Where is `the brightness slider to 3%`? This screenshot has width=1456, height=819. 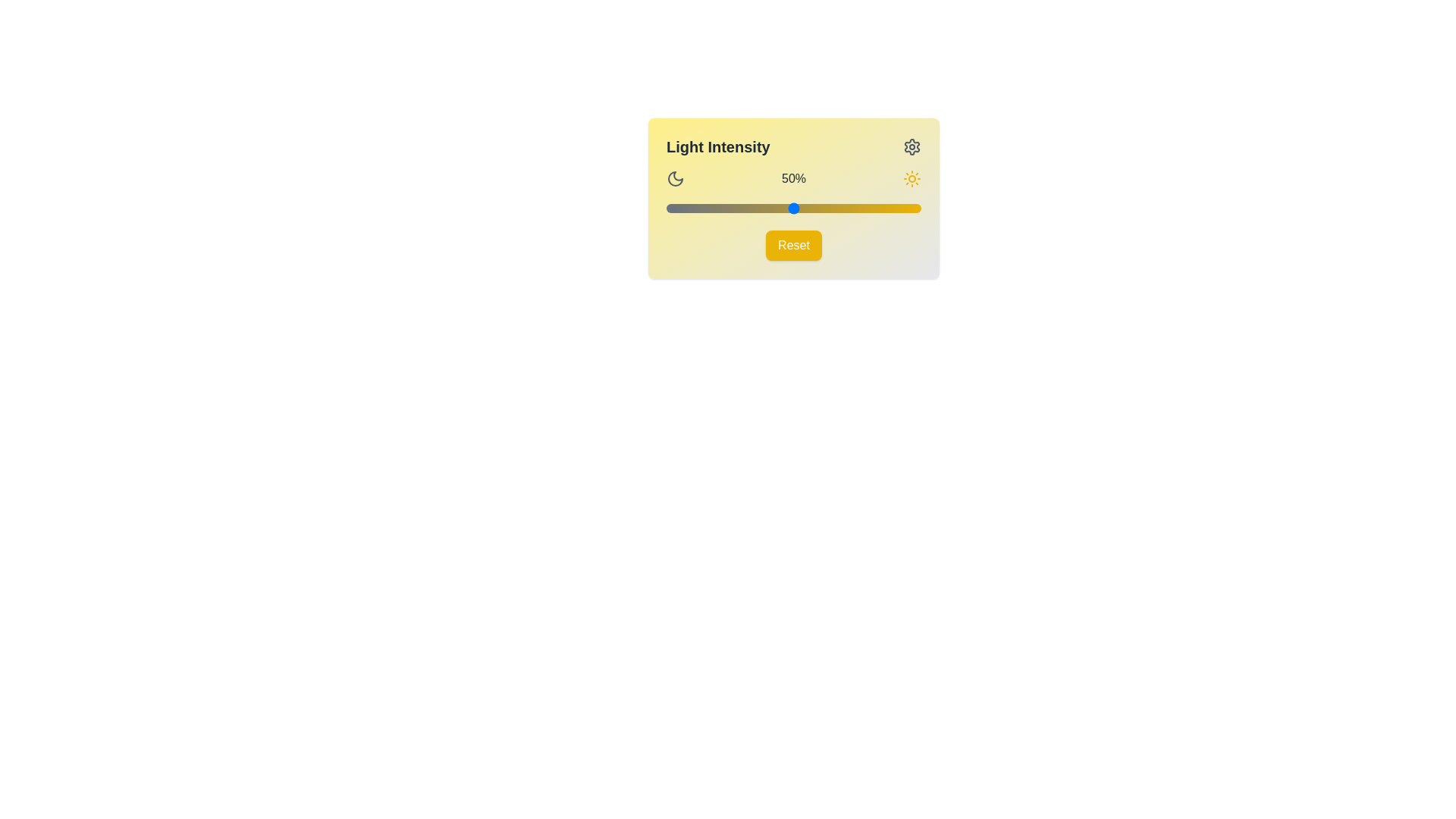 the brightness slider to 3% is located at coordinates (673, 208).